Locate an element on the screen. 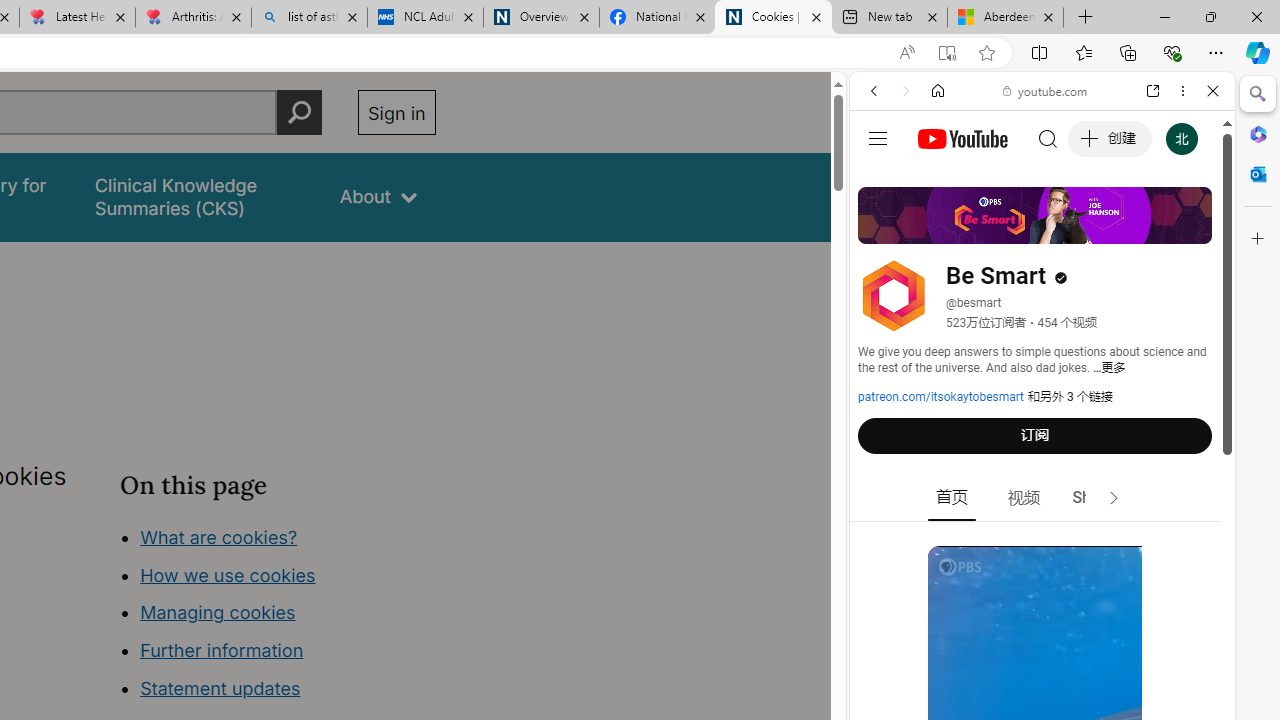 The image size is (1280, 720). 'Music' is located at coordinates (1041, 544).